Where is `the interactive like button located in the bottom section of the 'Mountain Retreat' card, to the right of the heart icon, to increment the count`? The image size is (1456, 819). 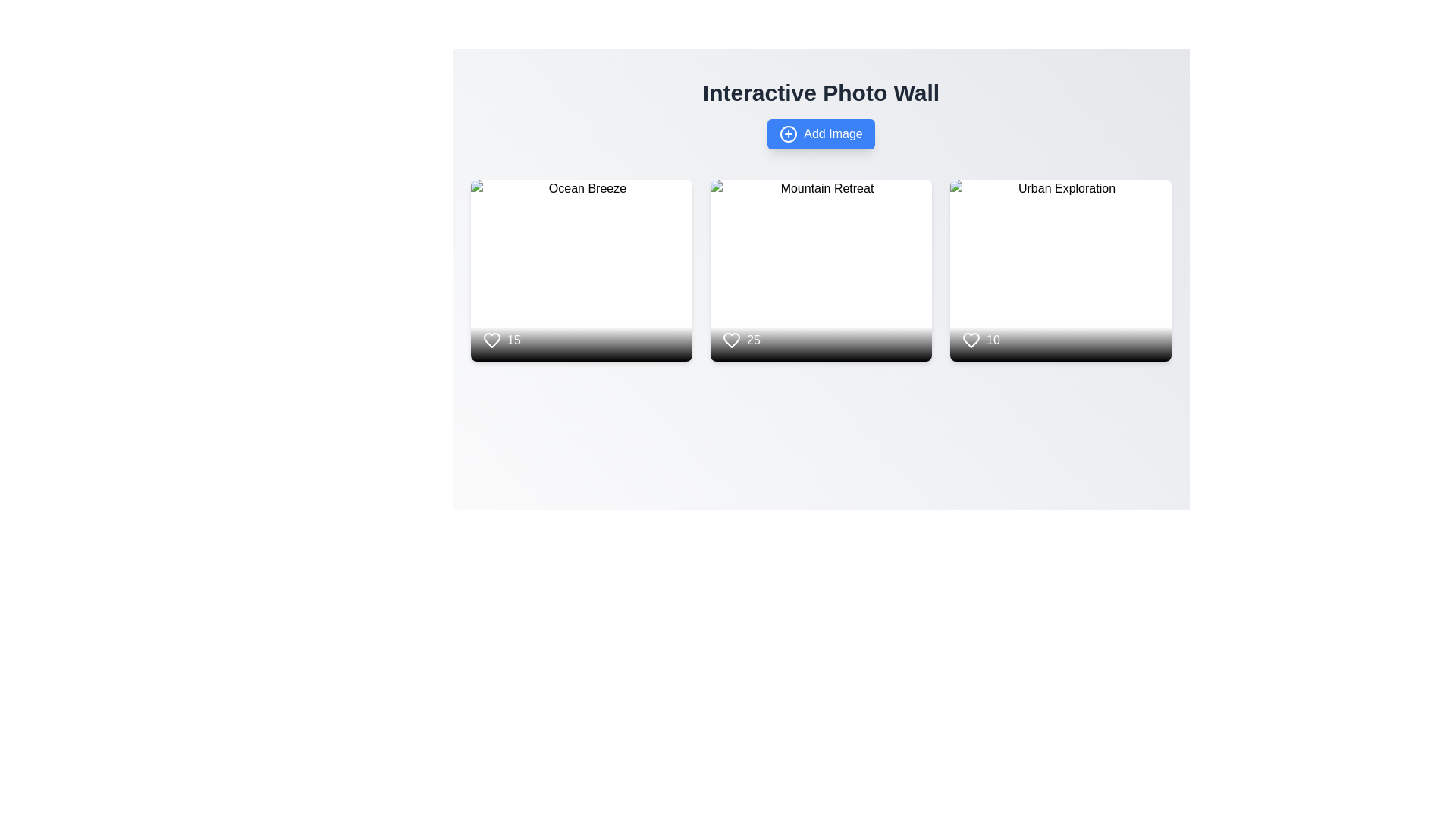
the interactive like button located in the bottom section of the 'Mountain Retreat' card, to the right of the heart icon, to increment the count is located at coordinates (741, 339).